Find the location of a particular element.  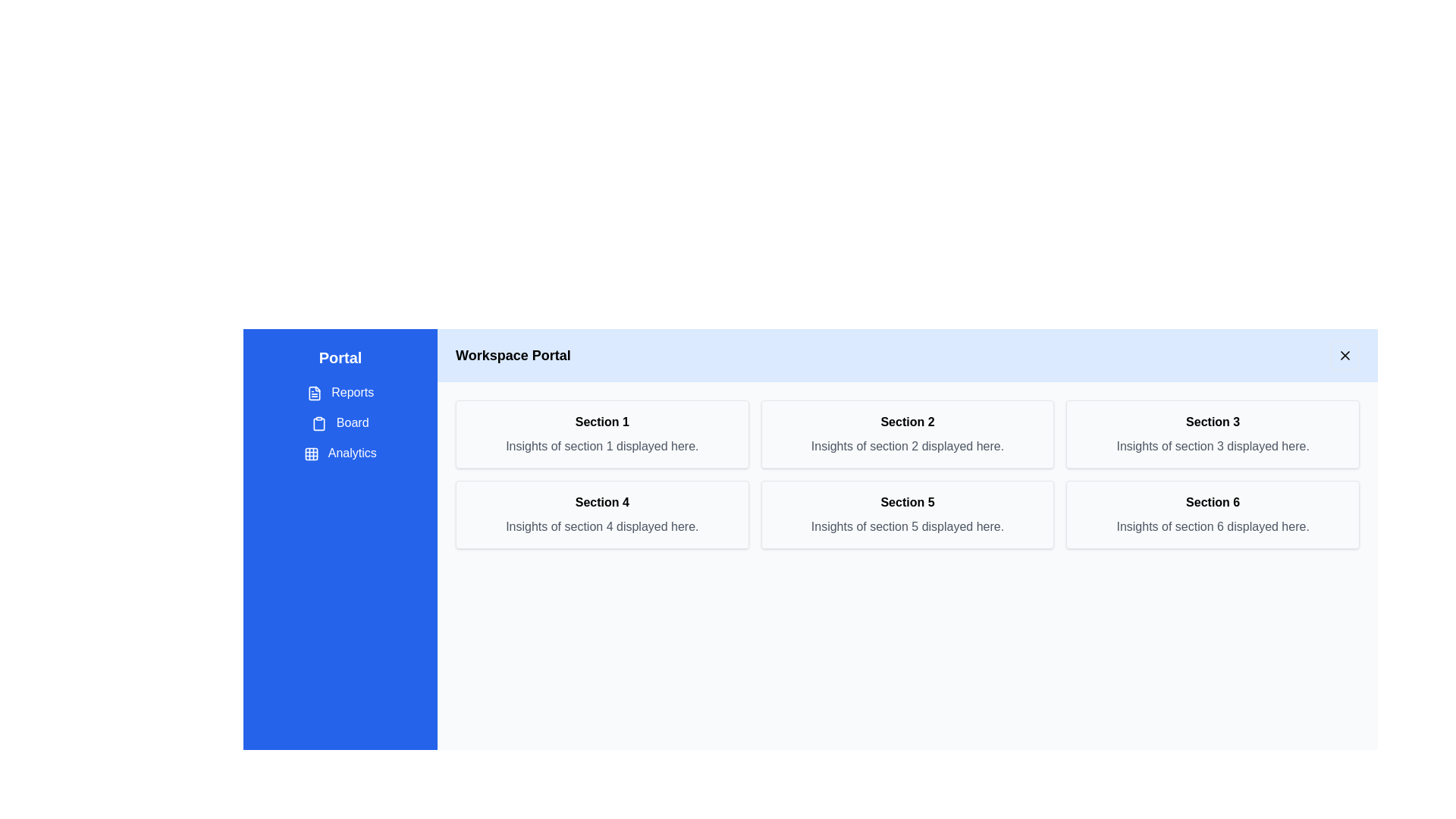

the text element displaying 'Section 5', which is a bold heading aligned horizontally in the center-right of the grid layout is located at coordinates (907, 503).